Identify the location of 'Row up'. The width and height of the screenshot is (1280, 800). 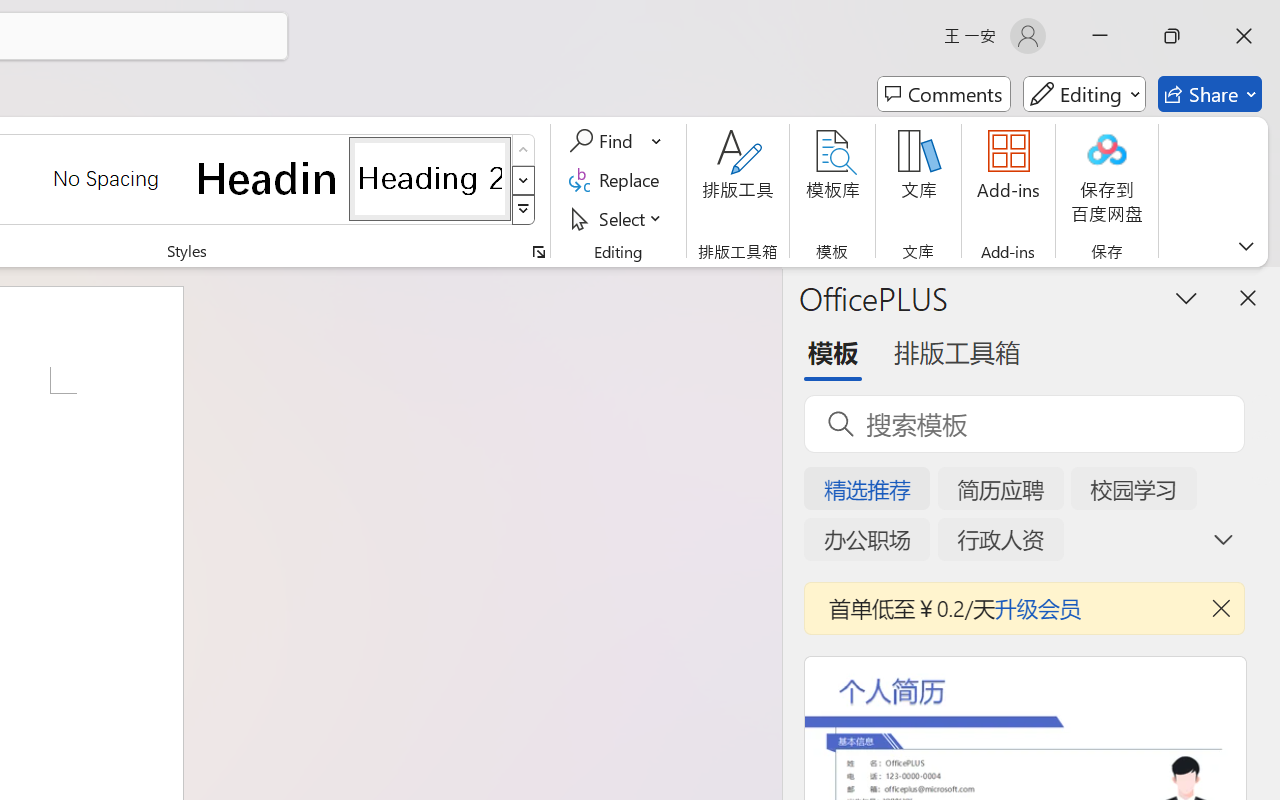
(523, 150).